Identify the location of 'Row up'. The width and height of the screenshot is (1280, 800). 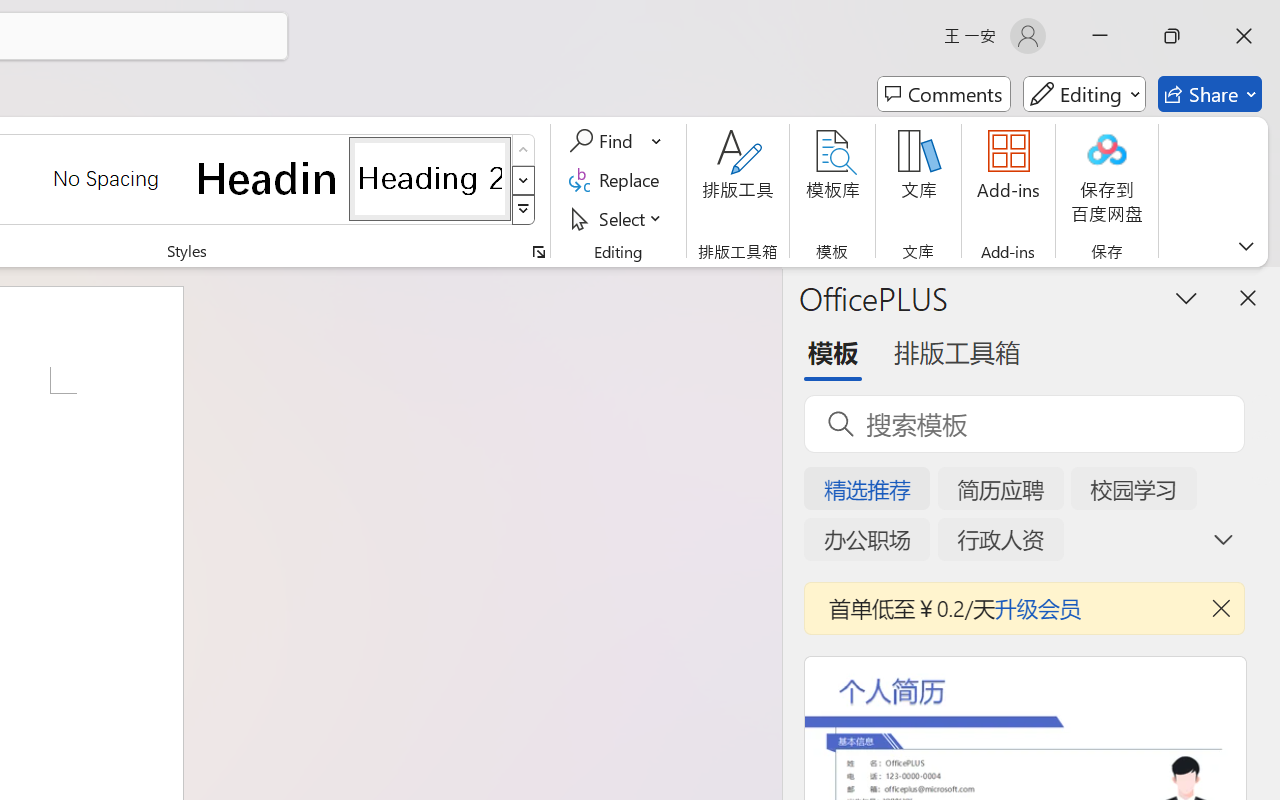
(523, 150).